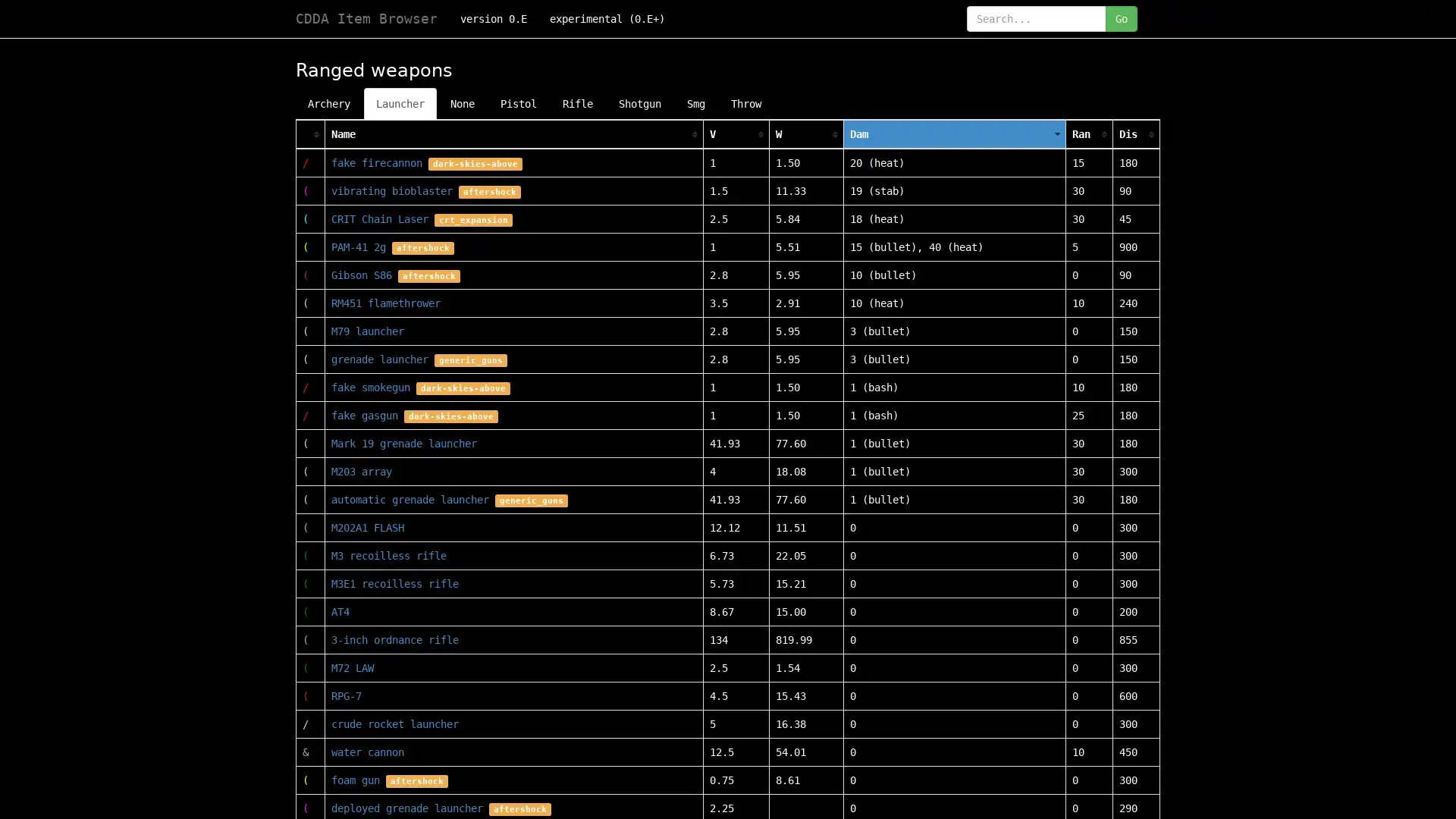 This screenshot has width=1456, height=819. I want to click on Go, so click(1121, 18).